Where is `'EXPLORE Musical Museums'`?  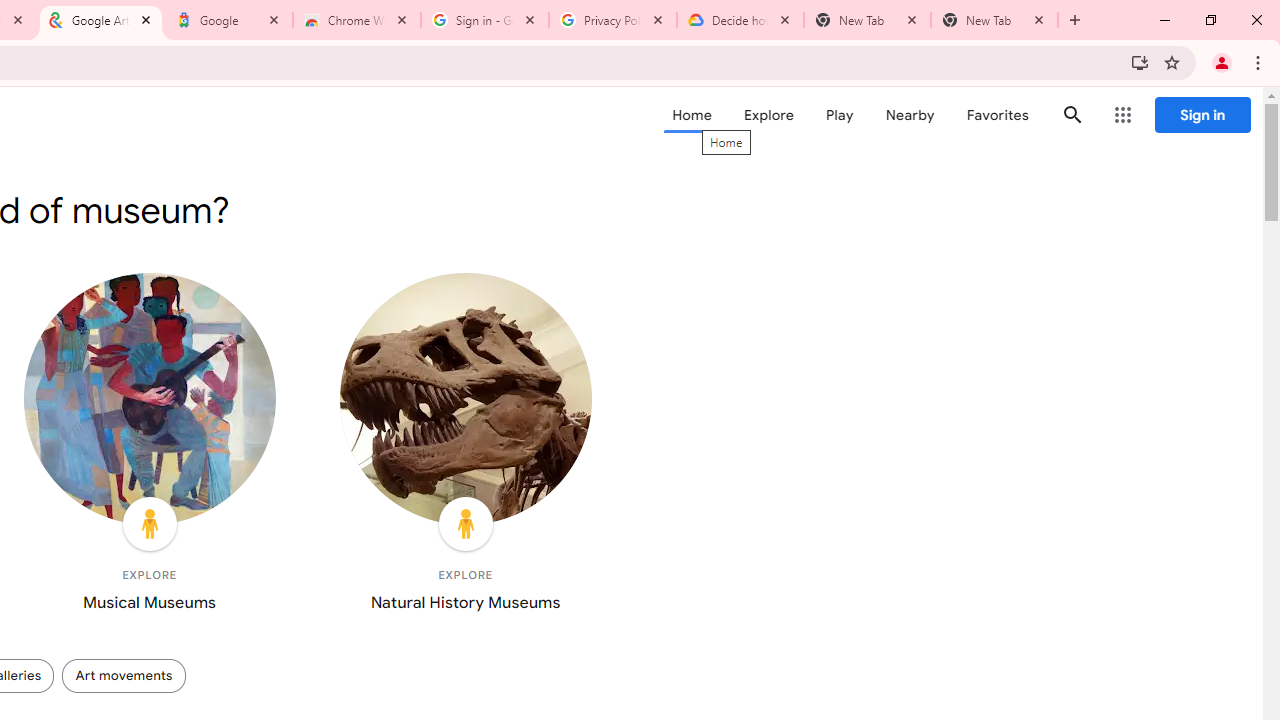 'EXPLORE Musical Museums' is located at coordinates (148, 446).